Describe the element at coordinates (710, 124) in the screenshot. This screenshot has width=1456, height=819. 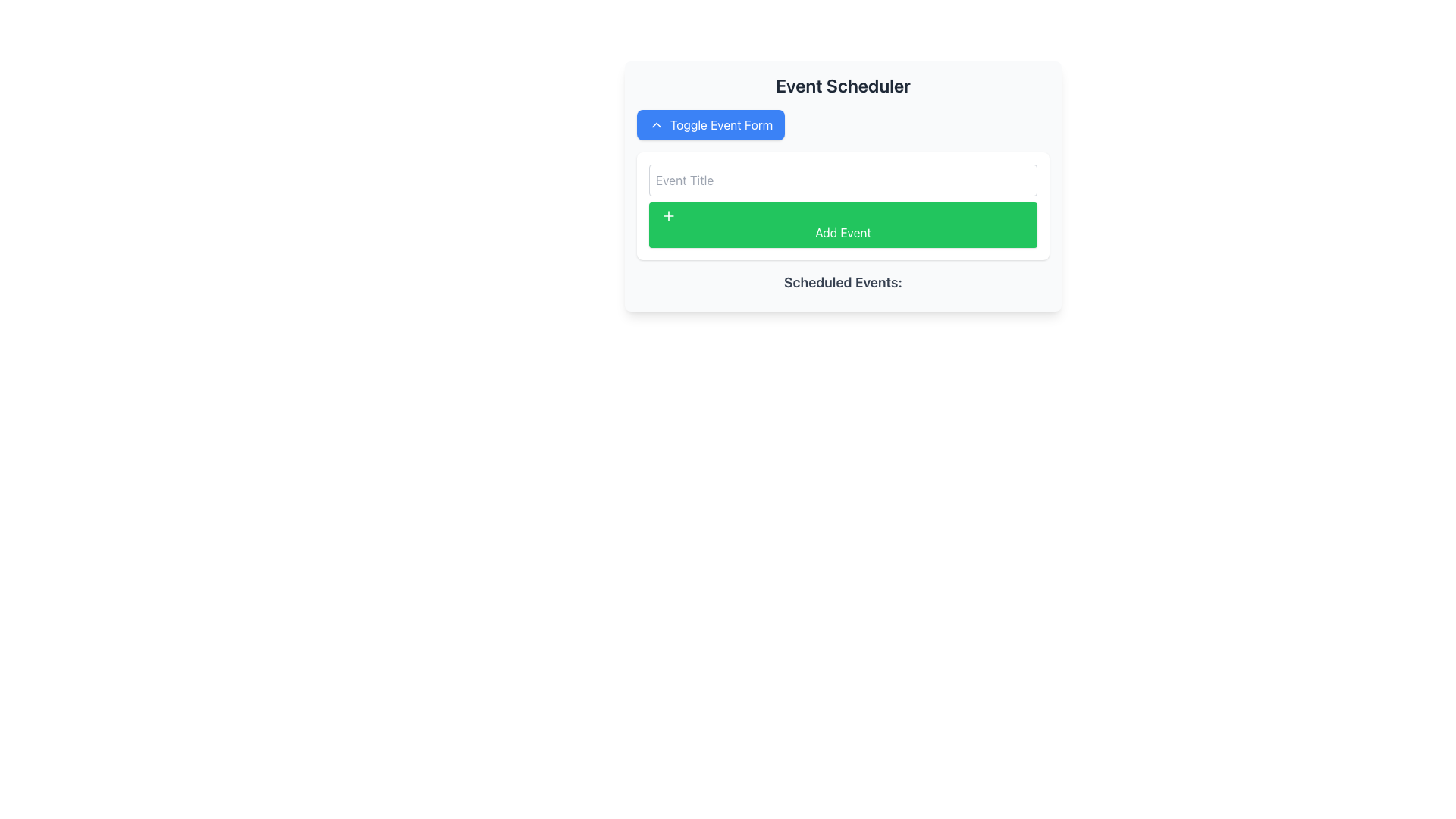
I see `the rectangular blue button with rounded corners labeled 'Toggle Event Form'` at that location.